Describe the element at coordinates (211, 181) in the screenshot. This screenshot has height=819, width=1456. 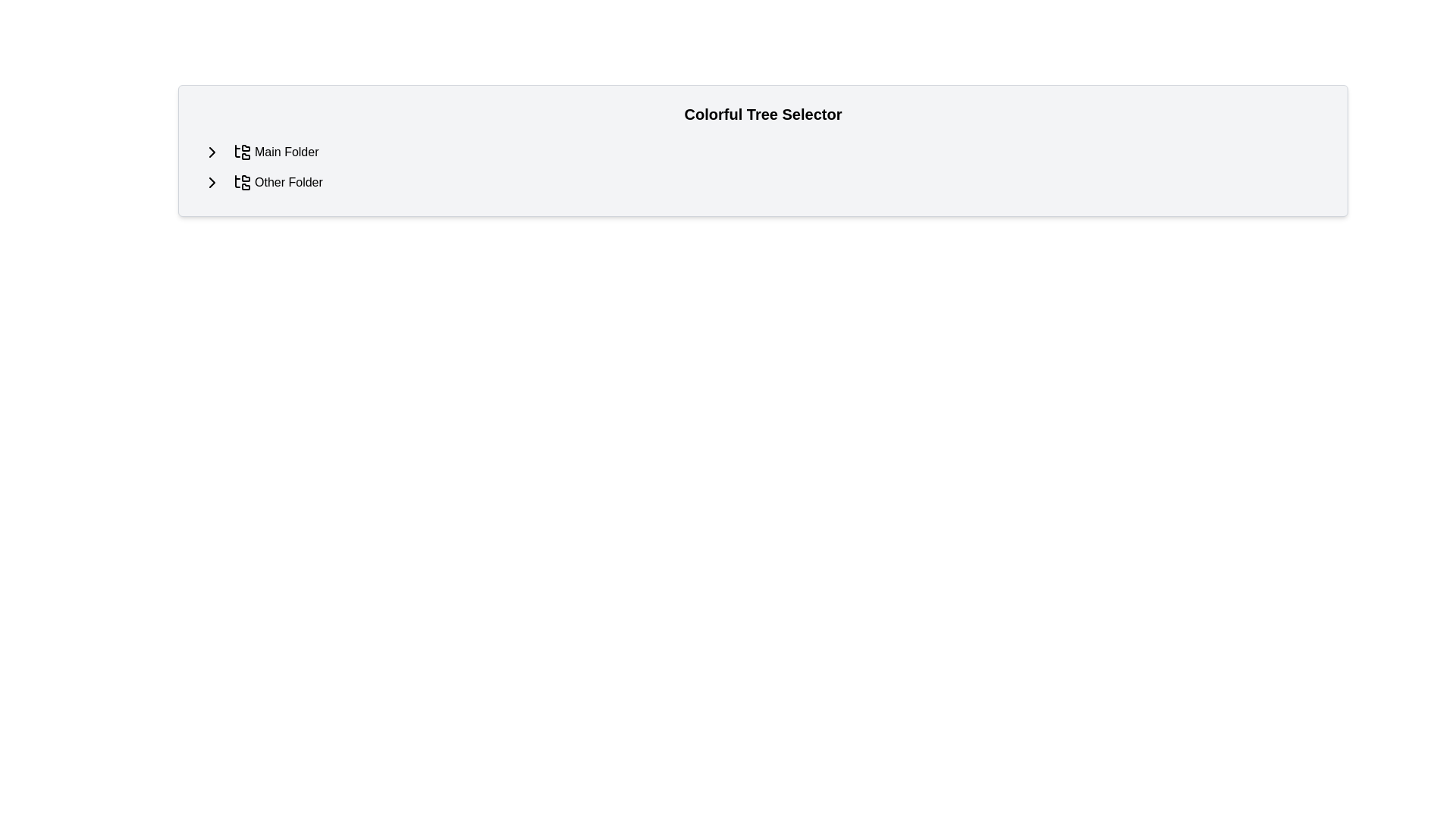
I see `the toggle button located to the immediate left of the text 'Other Folder' in the folder tree structure` at that location.